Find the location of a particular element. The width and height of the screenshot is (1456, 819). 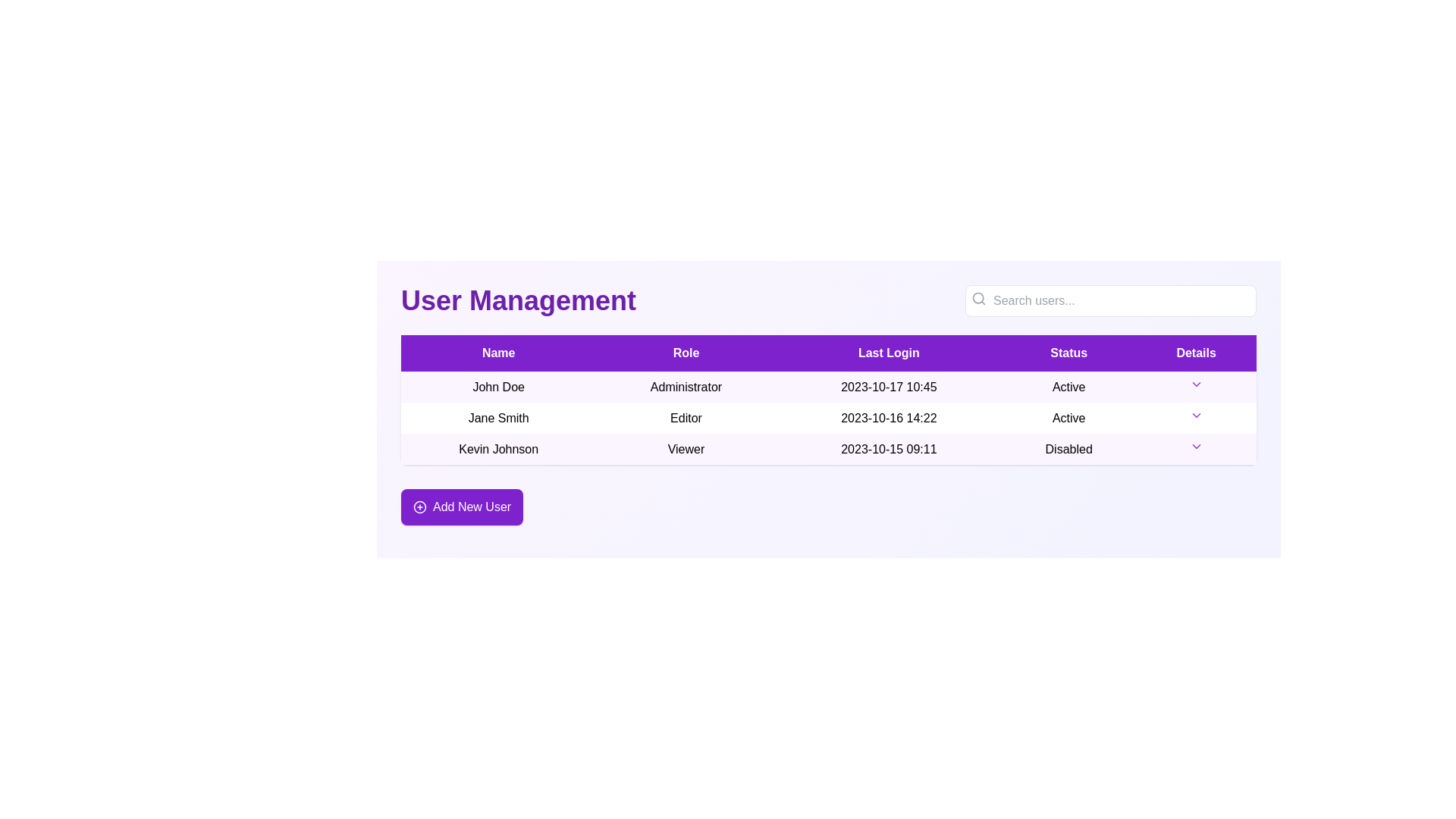

the small circular icon with a plus symbol within it, styled in white against a purple background, located within the button labeled 'Add New User' is located at coordinates (419, 507).